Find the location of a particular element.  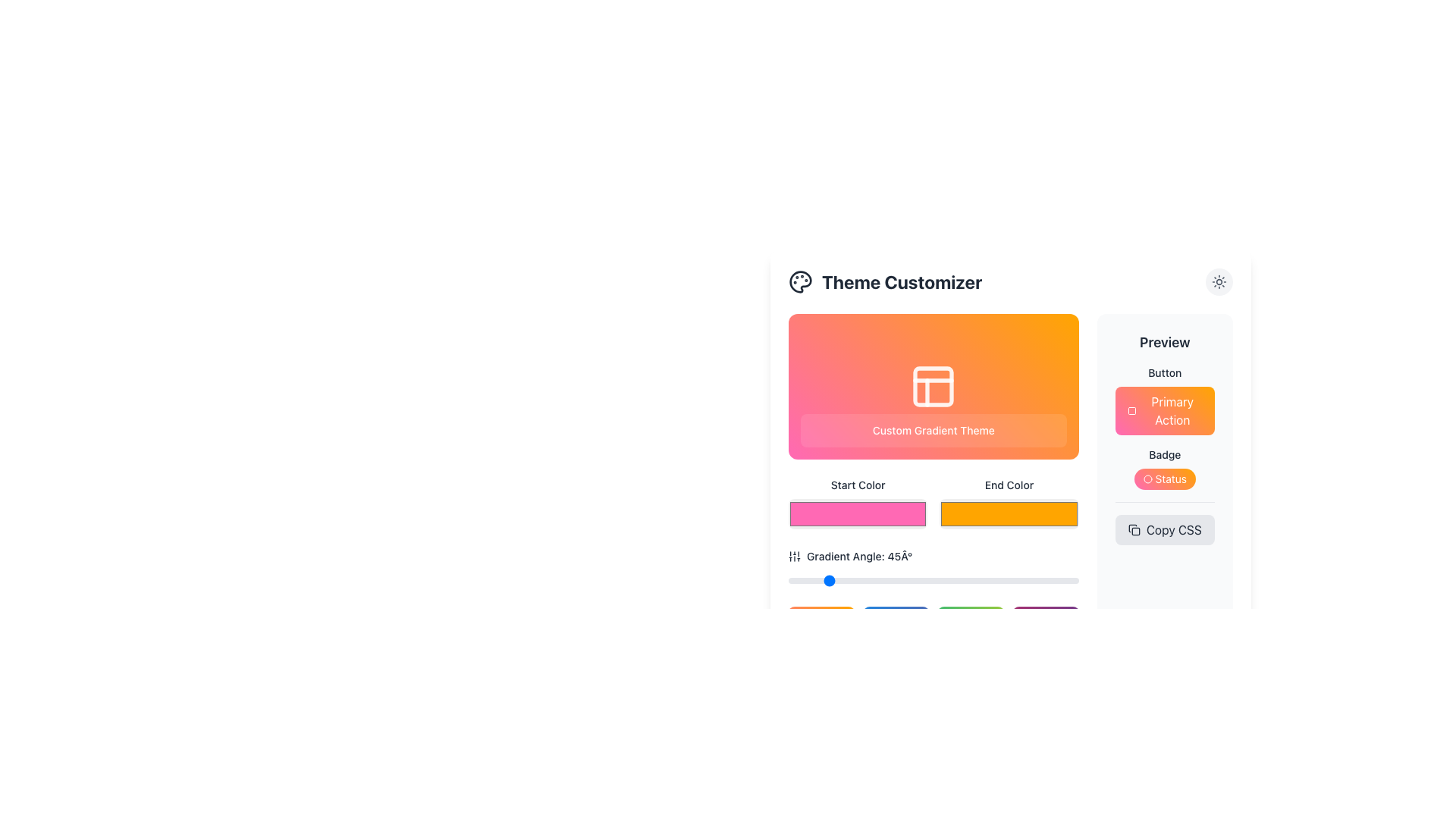

the horizontal slider styled as a thin bar with rounded edges located beneath the label 'Gradient Angle: 45°' to set a specific position is located at coordinates (932, 580).